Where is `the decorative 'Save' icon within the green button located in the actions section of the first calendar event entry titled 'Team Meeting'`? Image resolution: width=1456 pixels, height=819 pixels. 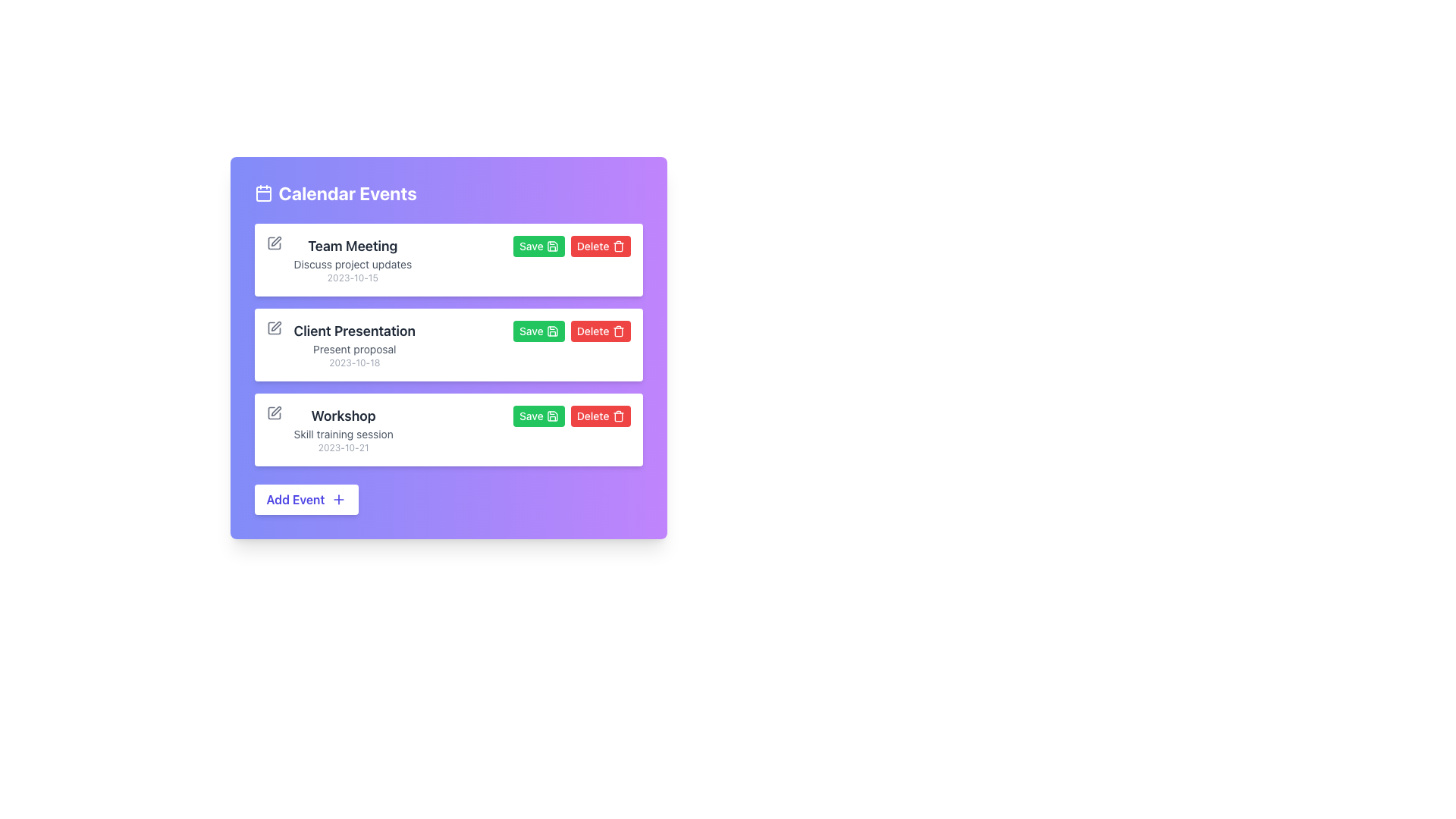 the decorative 'Save' icon within the green button located in the actions section of the first calendar event entry titled 'Team Meeting' is located at coordinates (551, 245).